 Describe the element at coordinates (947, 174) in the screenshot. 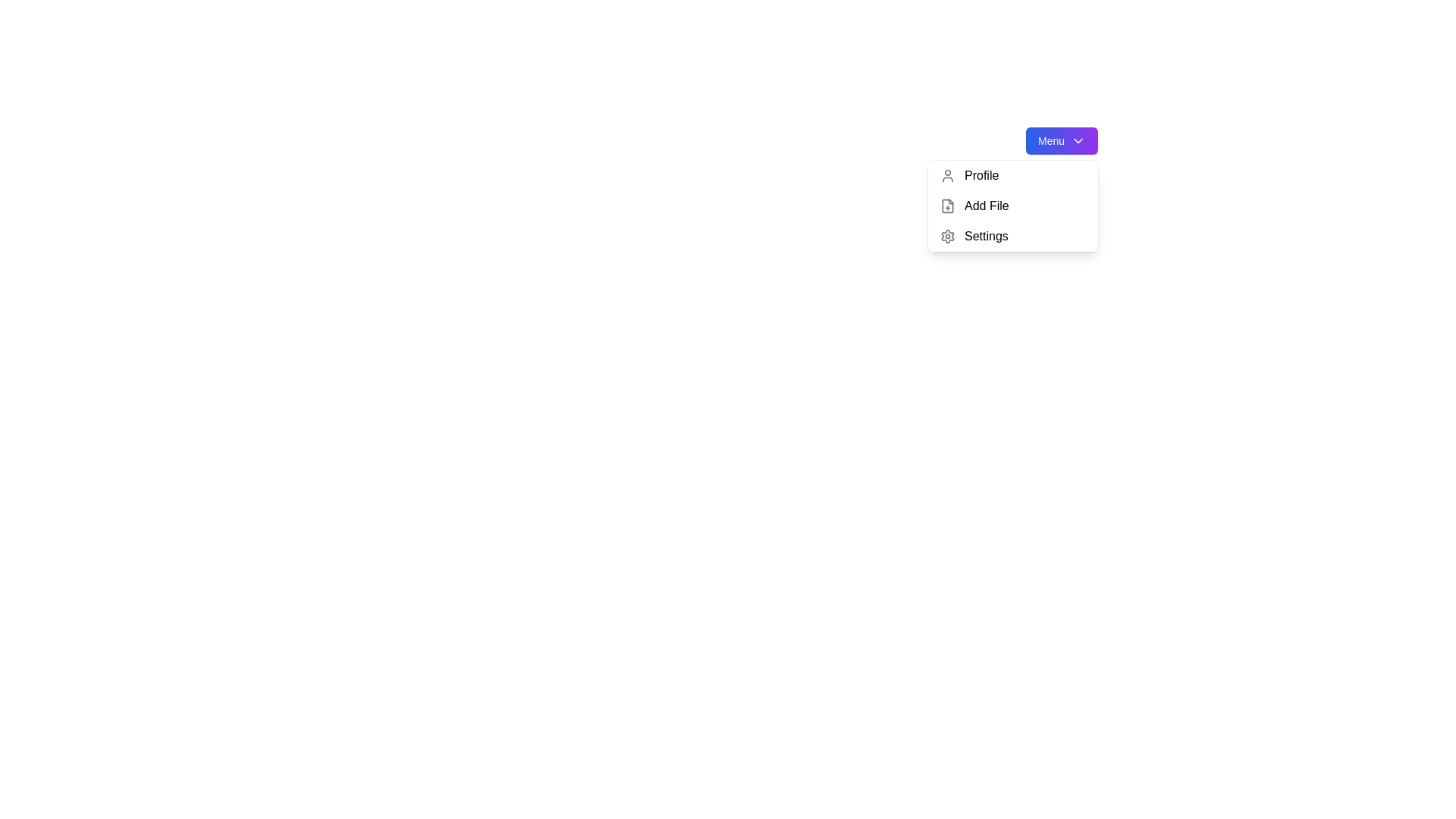

I see `the 'Profile' icon in the dropdown menu that opens from the 'Menu' button located in the top-right corner of the interface` at that location.